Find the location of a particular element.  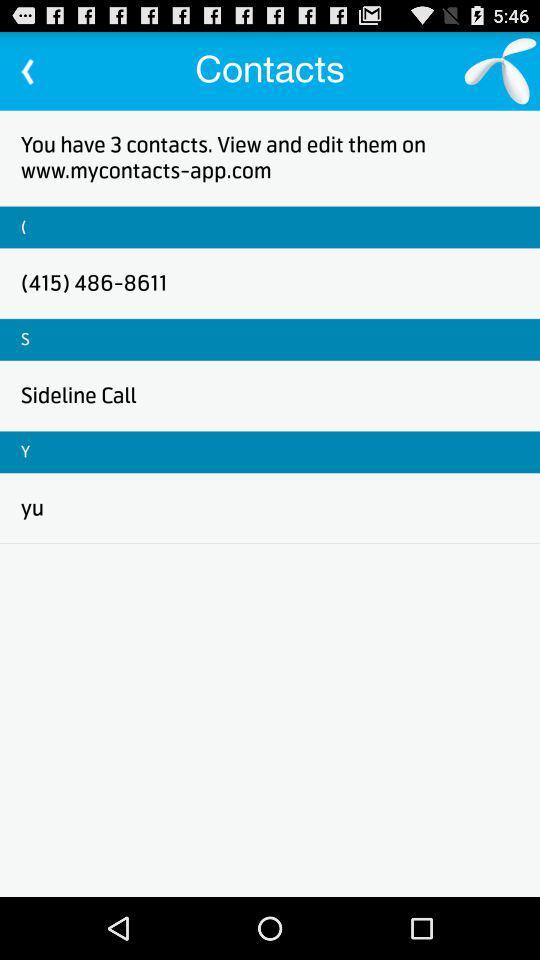

sideline call icon is located at coordinates (77, 394).